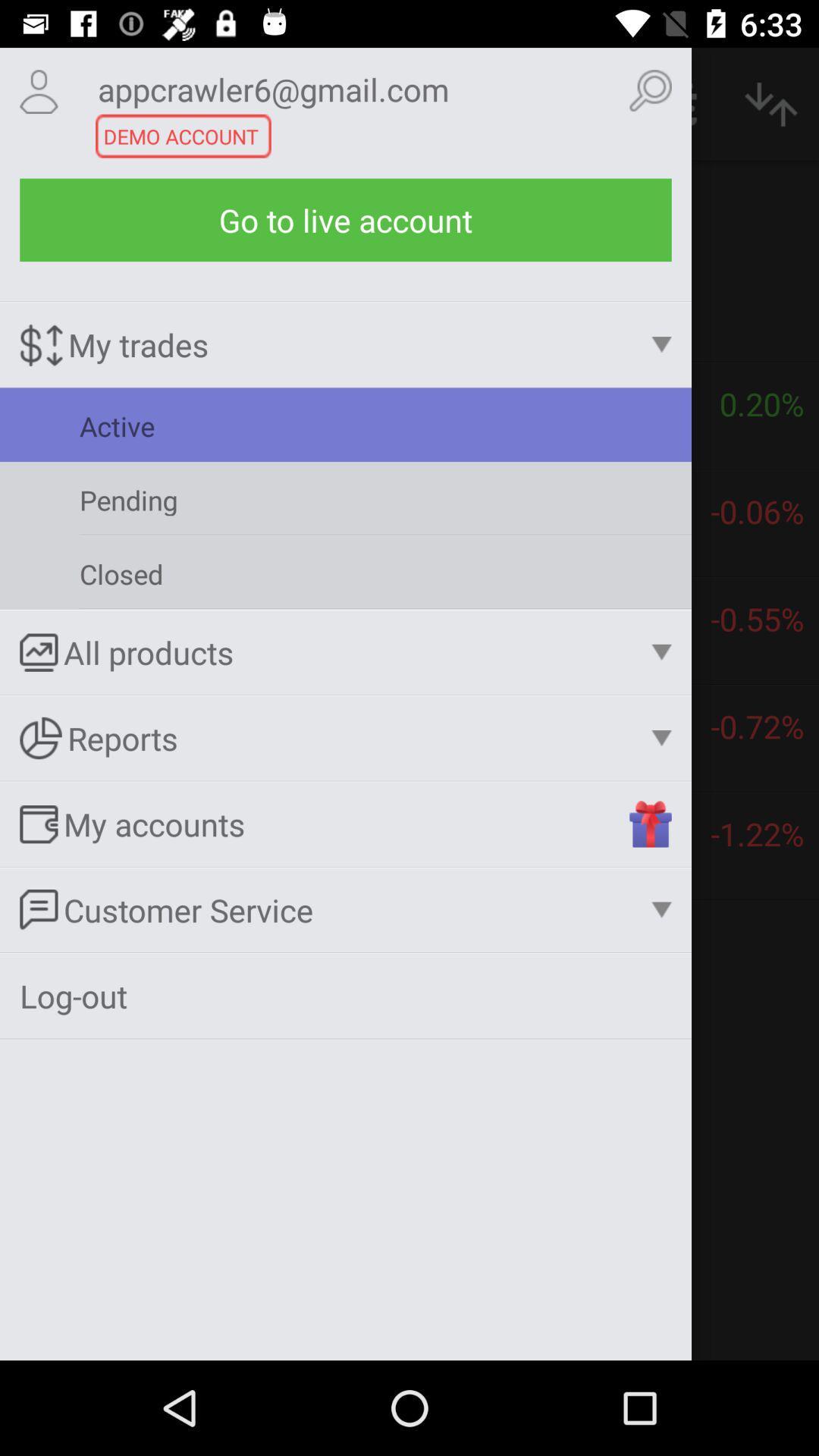  Describe the element at coordinates (345, 572) in the screenshot. I see `demo account which is above go to live account` at that location.